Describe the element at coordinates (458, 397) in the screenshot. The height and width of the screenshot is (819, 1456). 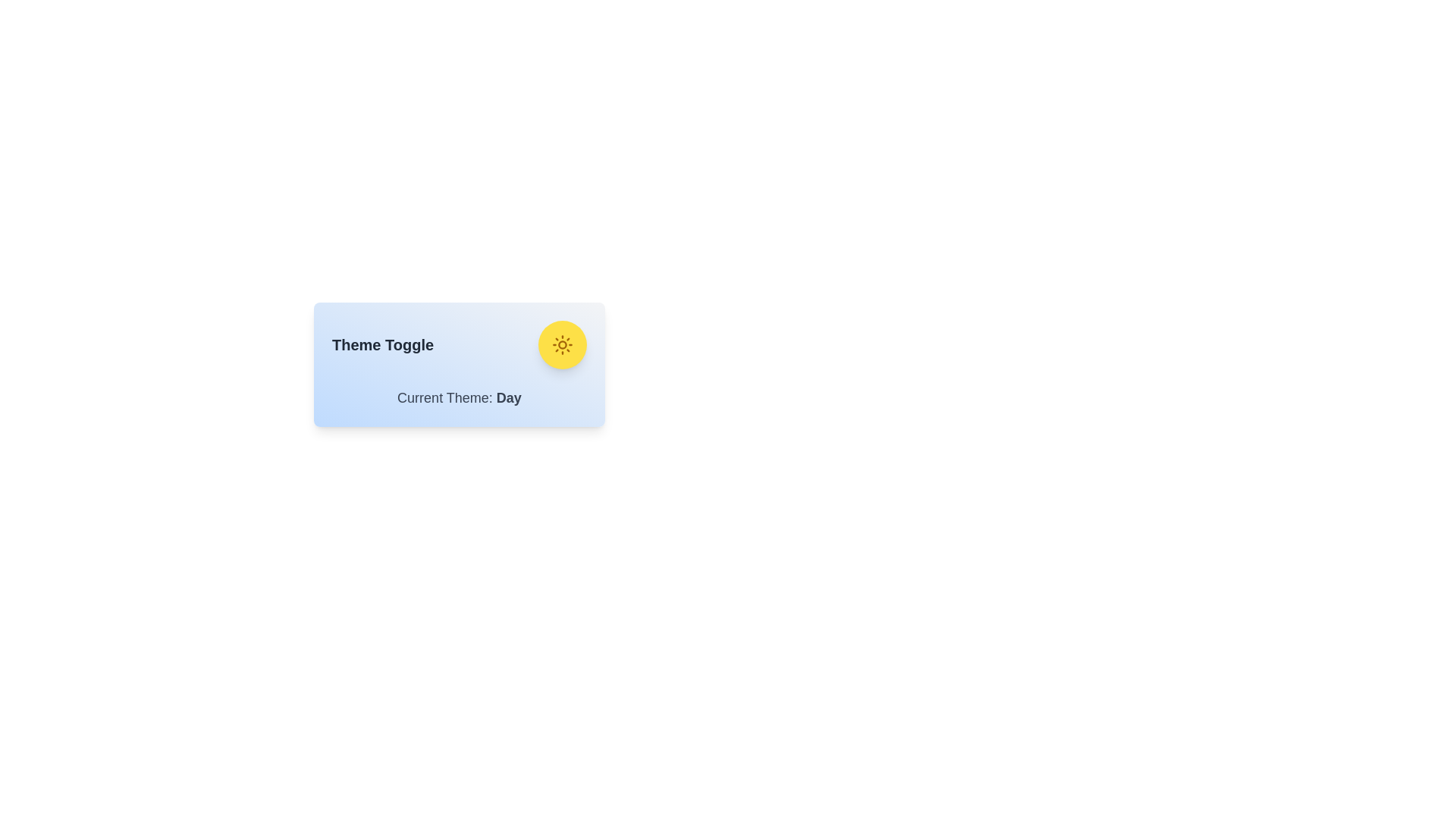
I see `the text element that displays the current theme` at that location.